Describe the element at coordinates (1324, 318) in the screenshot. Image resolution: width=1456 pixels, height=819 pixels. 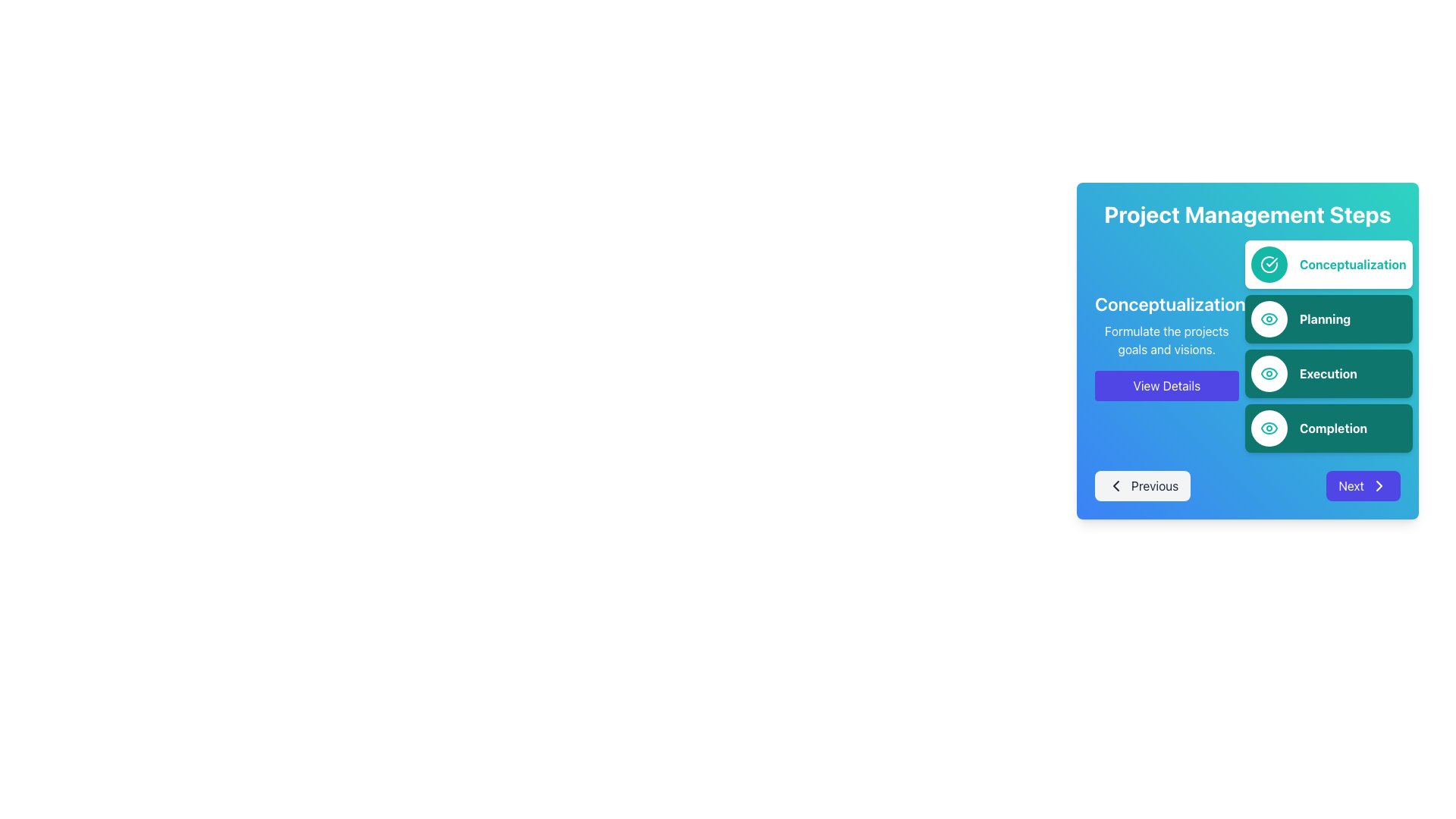
I see `the 'Planning' text label element, which is styled in bold and positioned on a teal background inside the second card of a vertical stack of four cards` at that location.